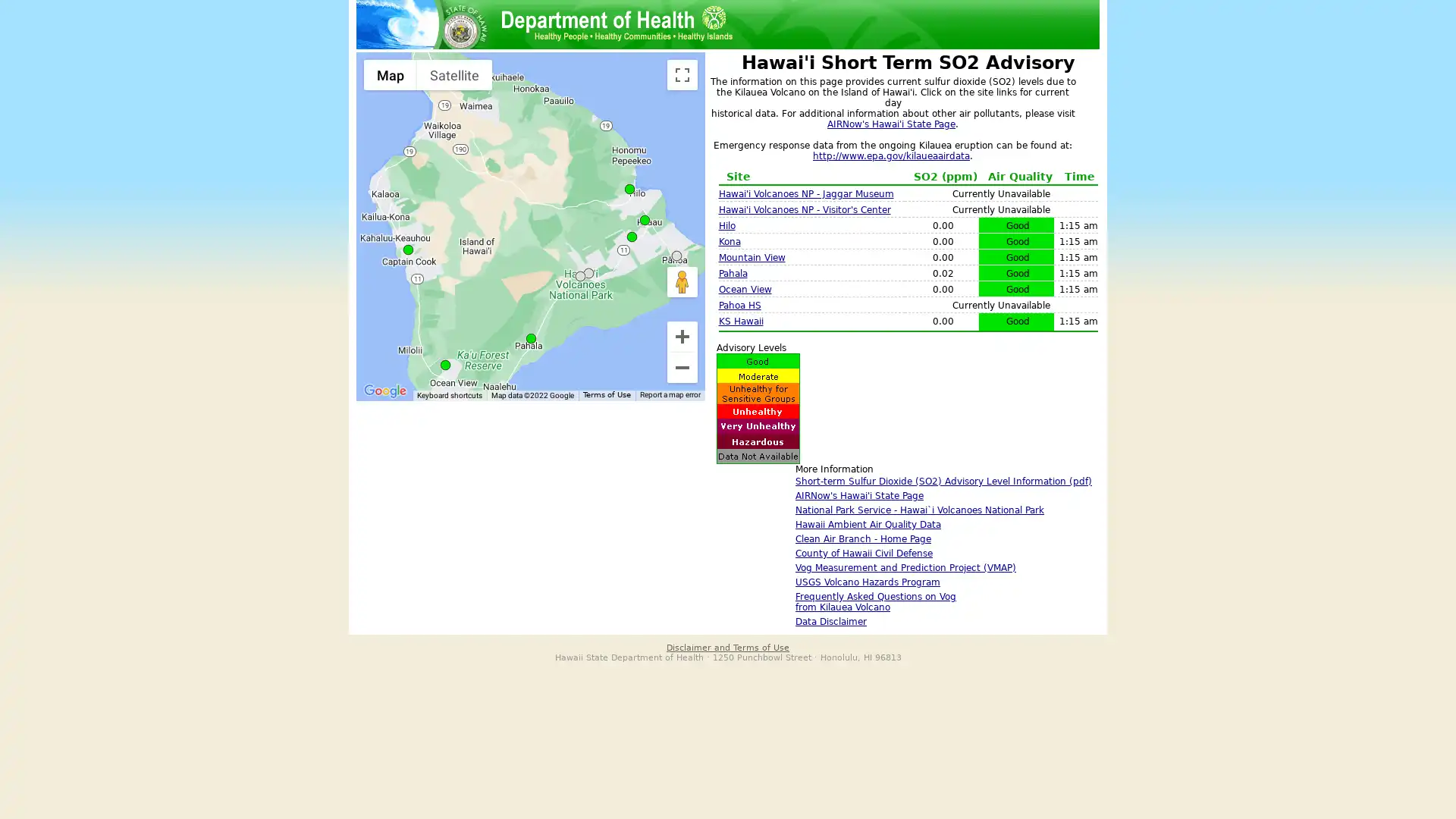 The image size is (1456, 819). What do you see at coordinates (408, 249) in the screenshot?
I see `Kona: SO2 0.00 ppm (Good) on 06/28 at 01:15 am` at bounding box center [408, 249].